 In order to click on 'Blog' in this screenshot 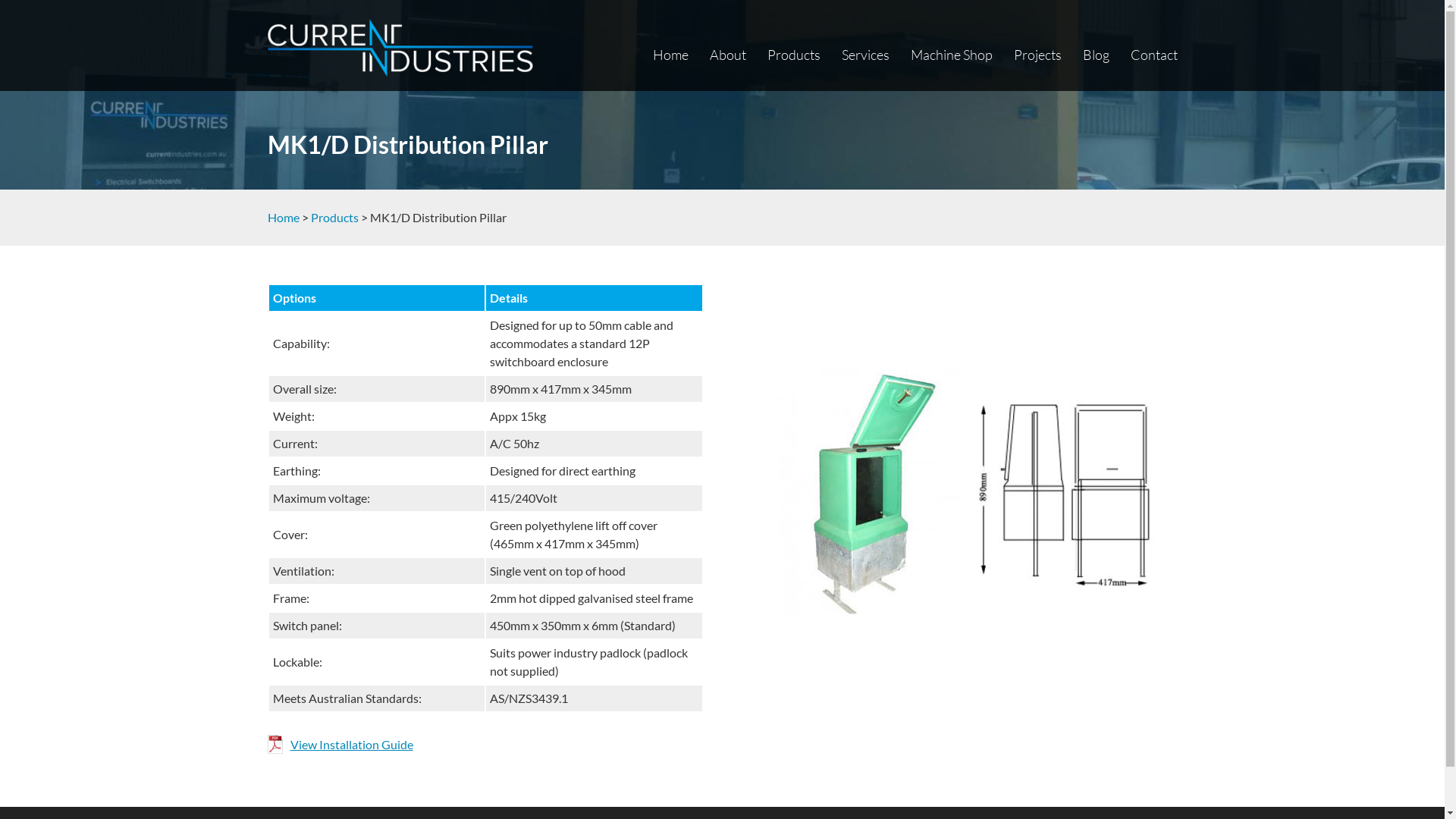, I will do `click(1096, 54)`.